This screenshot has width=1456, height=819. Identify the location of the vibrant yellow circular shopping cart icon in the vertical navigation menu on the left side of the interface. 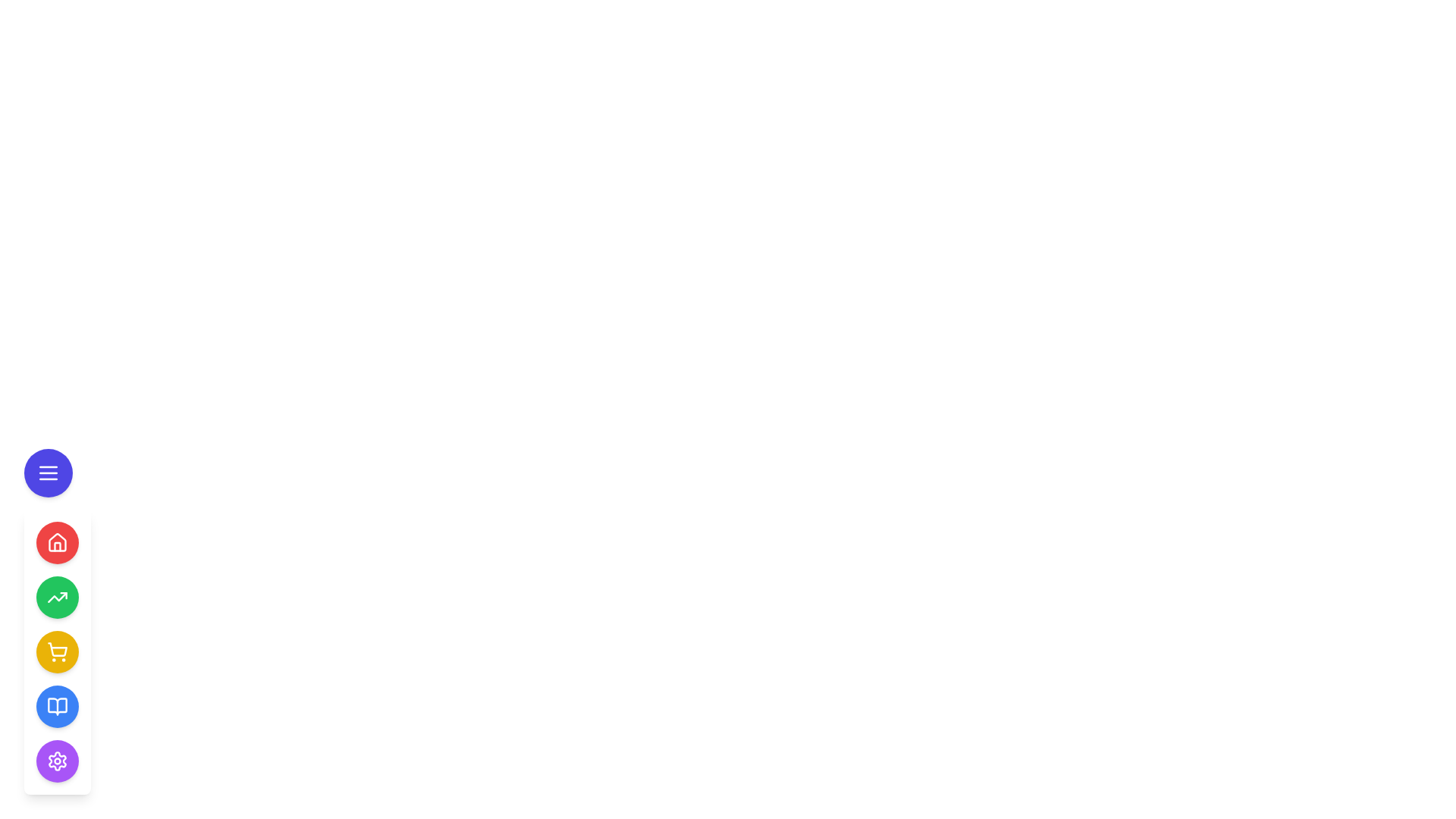
(58, 651).